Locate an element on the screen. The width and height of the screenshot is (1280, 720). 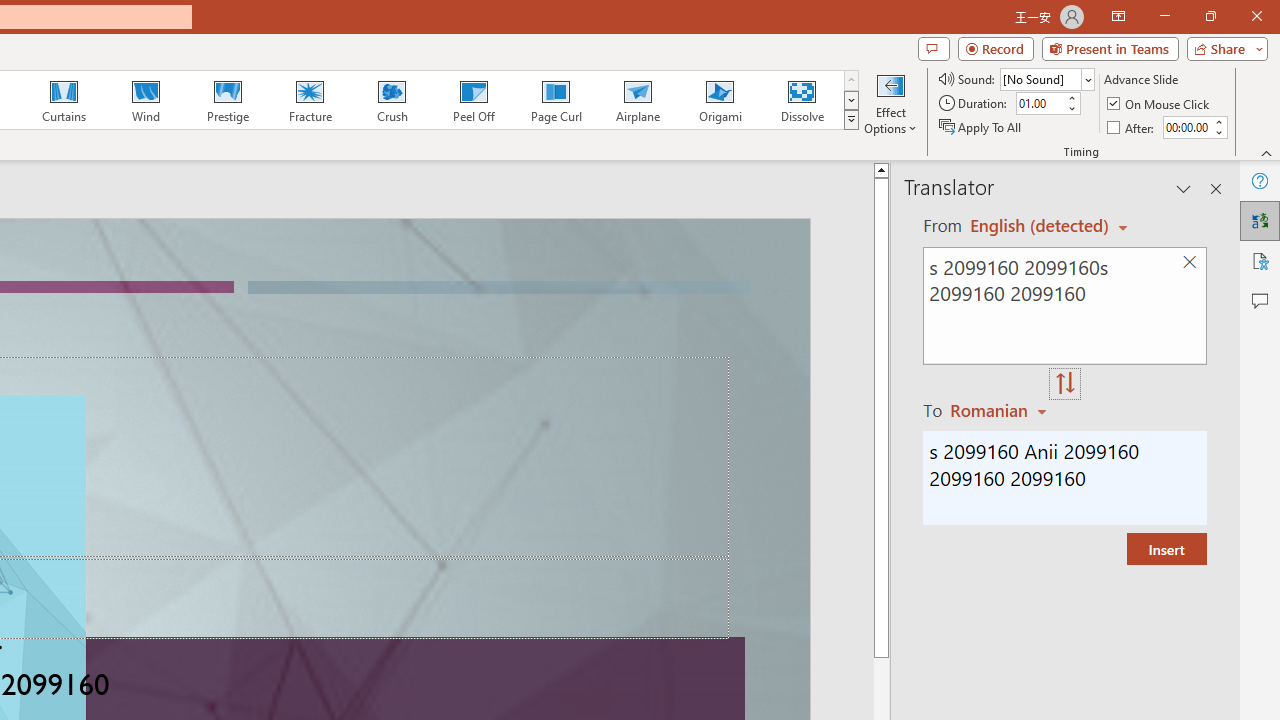
'Czech' is located at coordinates (1001, 409).